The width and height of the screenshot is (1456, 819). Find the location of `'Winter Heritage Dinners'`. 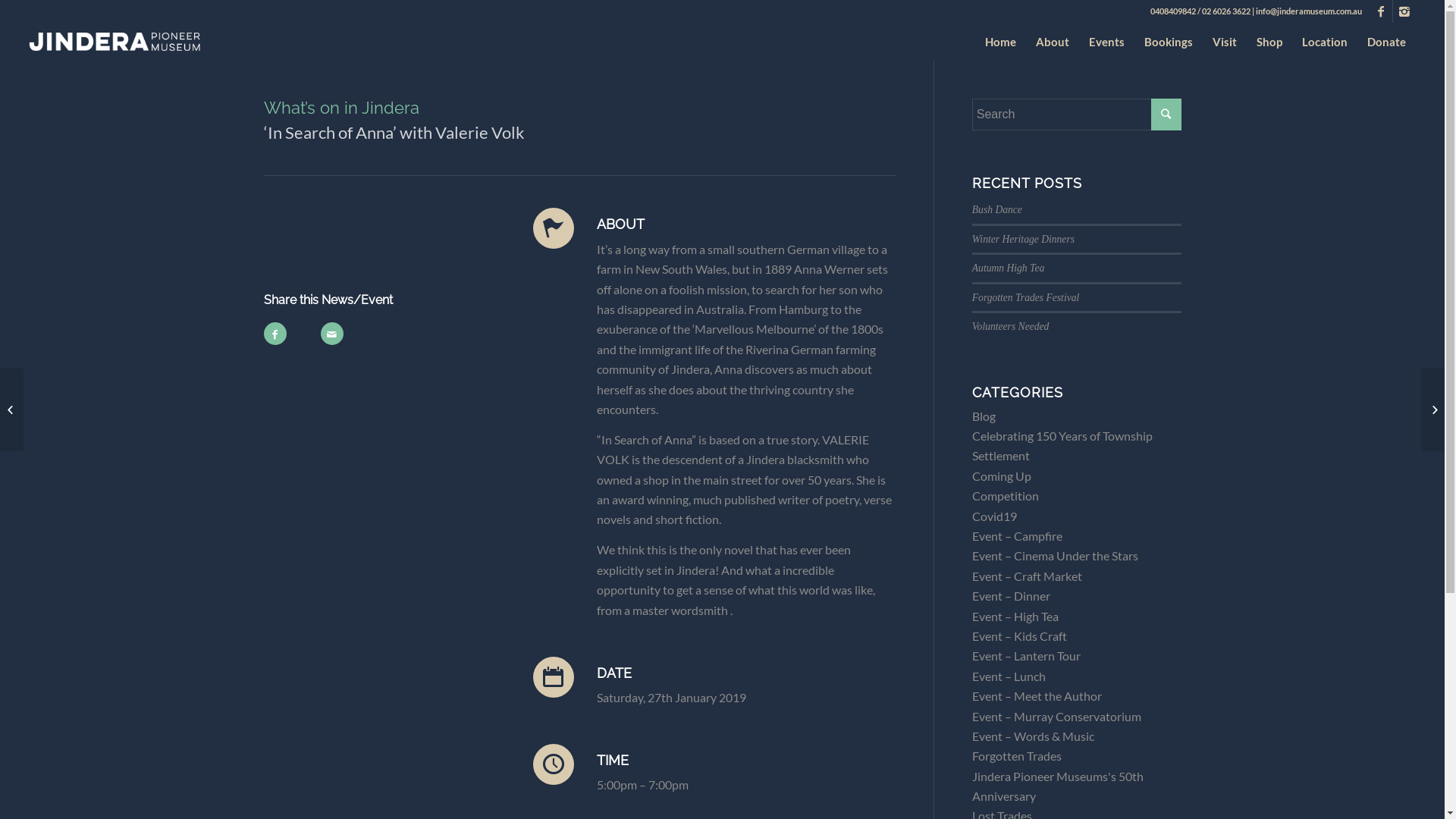

'Winter Heritage Dinners' is located at coordinates (1023, 239).